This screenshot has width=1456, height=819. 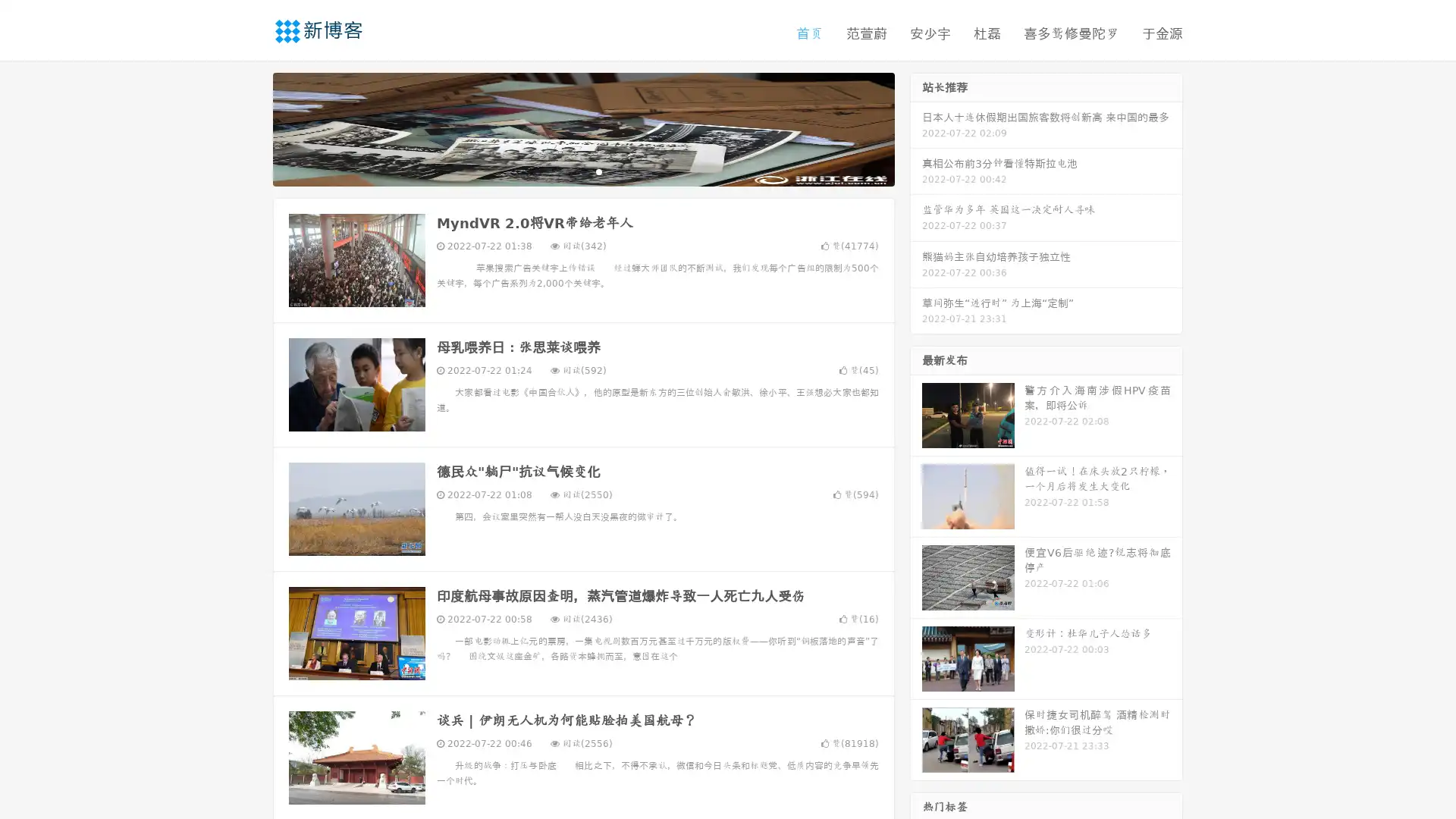 I want to click on Next slide, so click(x=916, y=127).